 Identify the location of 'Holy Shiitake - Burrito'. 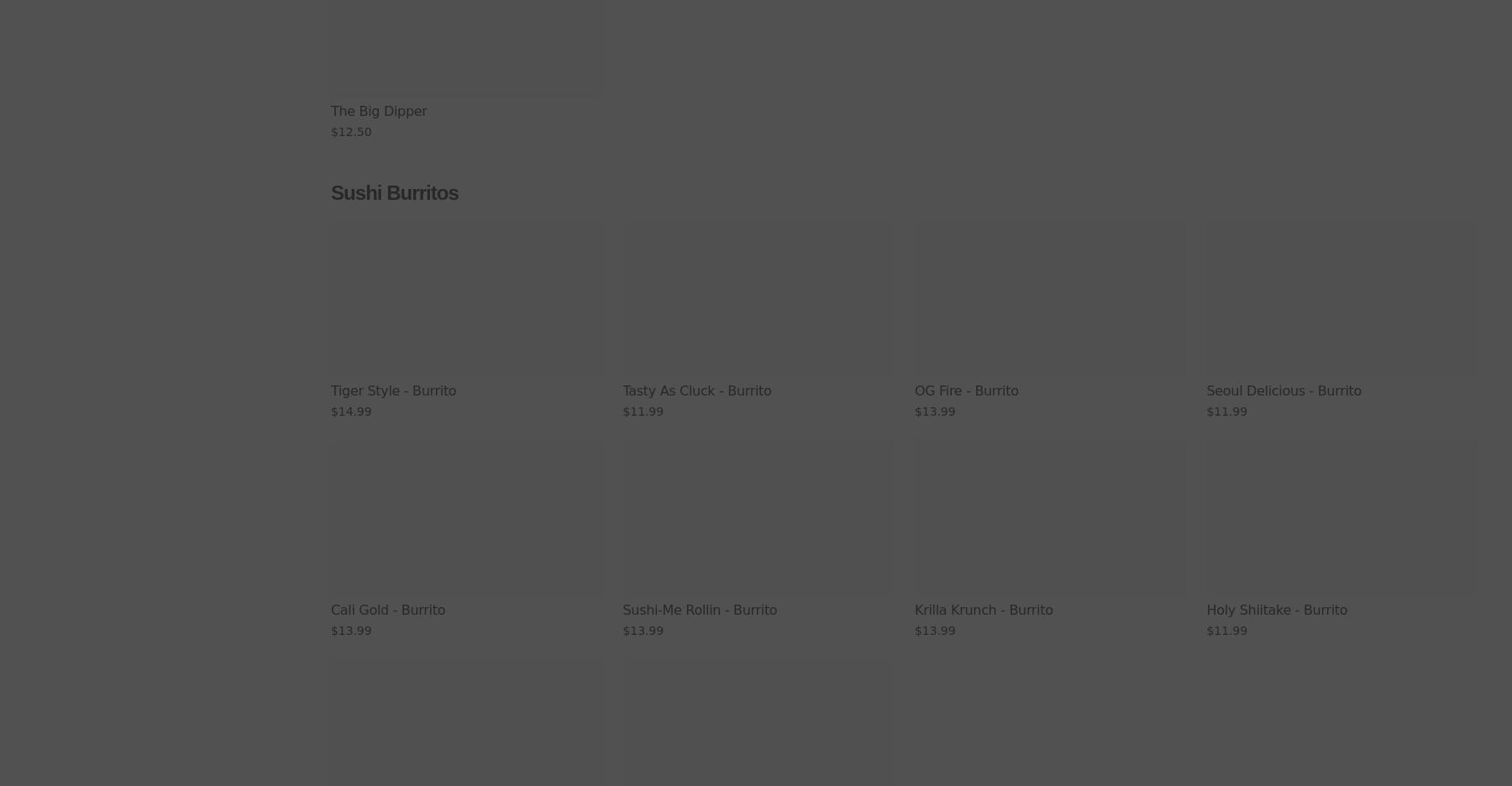
(1276, 609).